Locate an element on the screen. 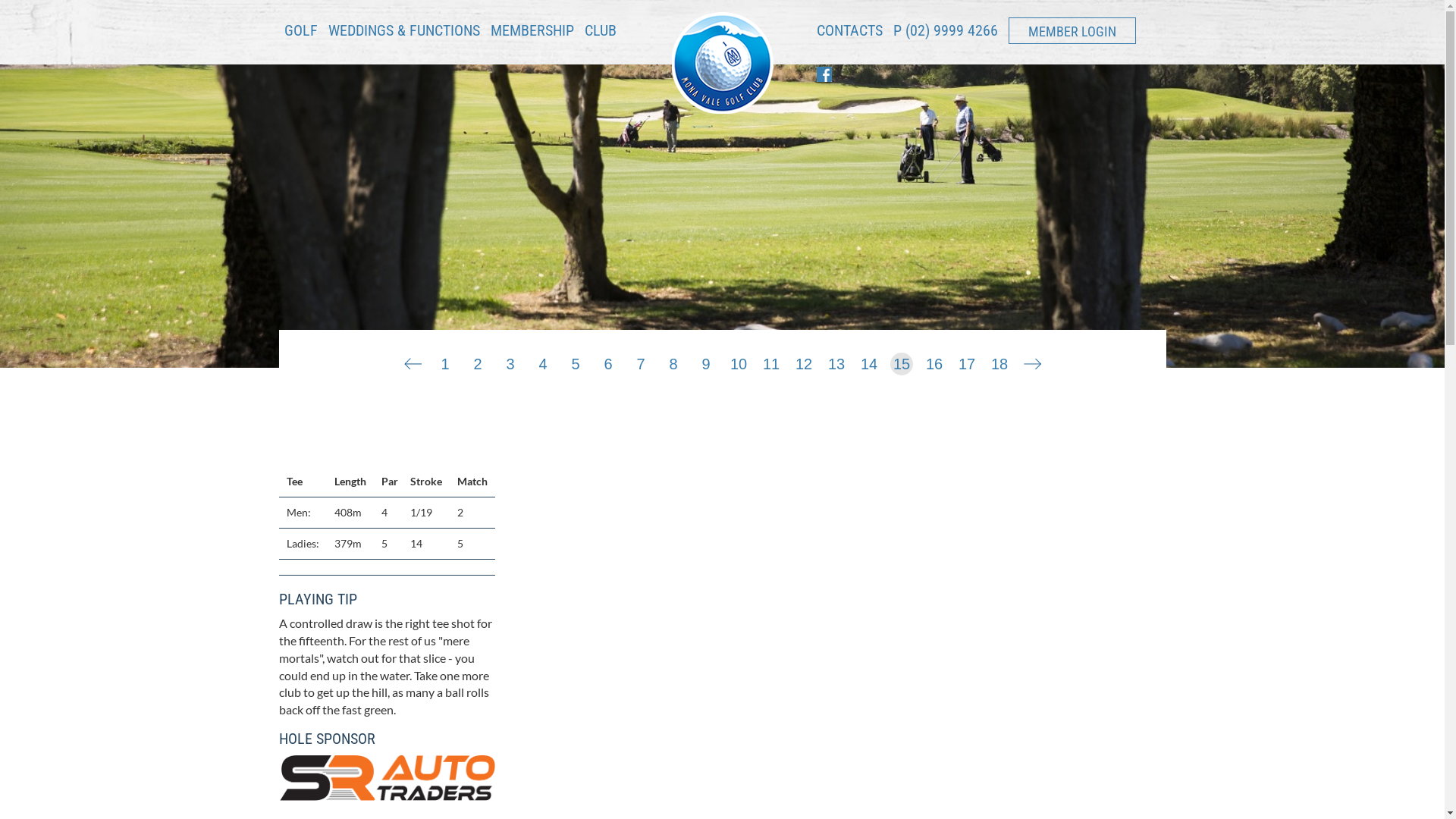 The image size is (1456, 819). 'MEMBERSHIP' is located at coordinates (531, 30).